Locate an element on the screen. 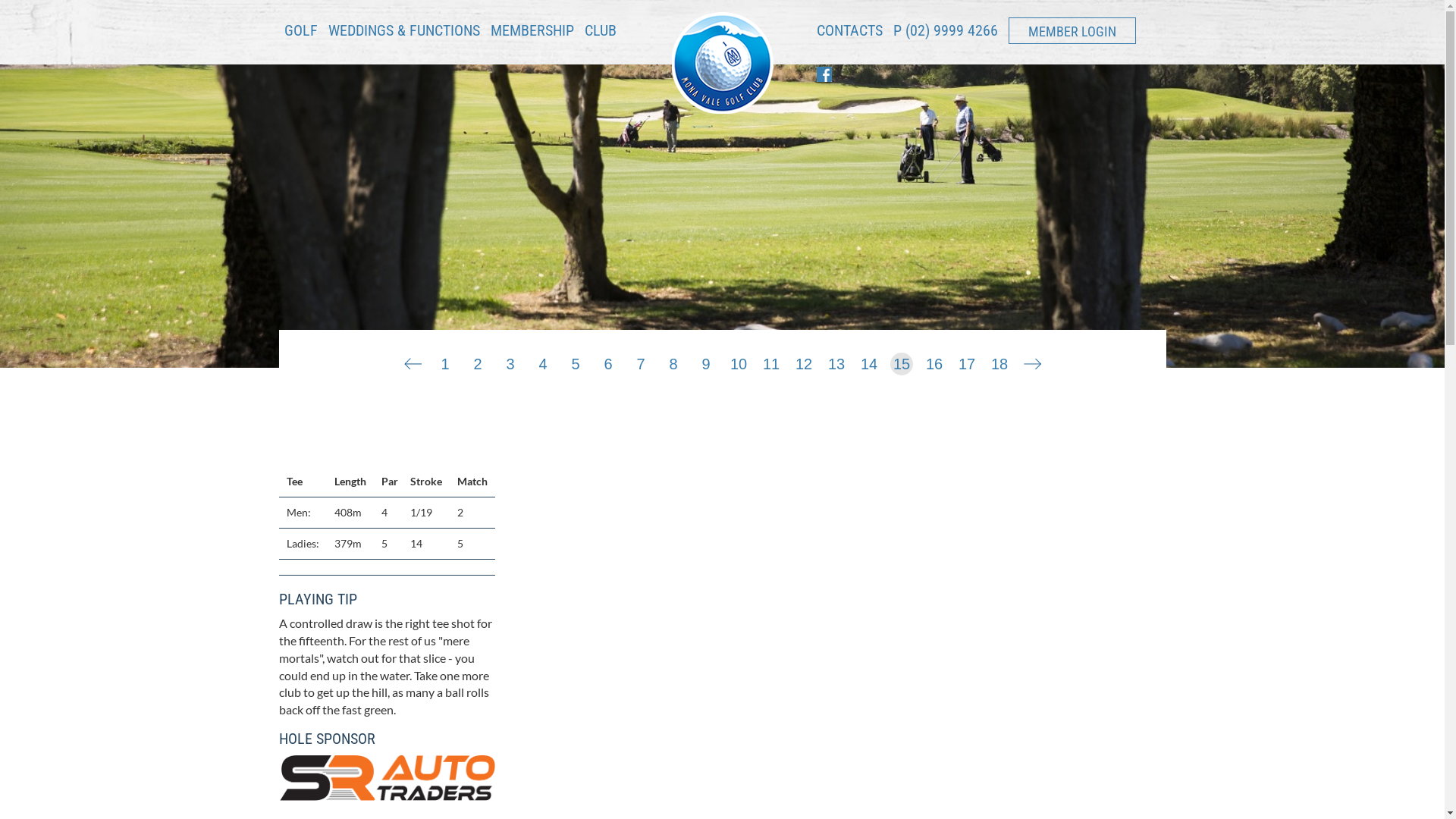 The image size is (1456, 819). 'MEMBERSHIP' is located at coordinates (531, 30).